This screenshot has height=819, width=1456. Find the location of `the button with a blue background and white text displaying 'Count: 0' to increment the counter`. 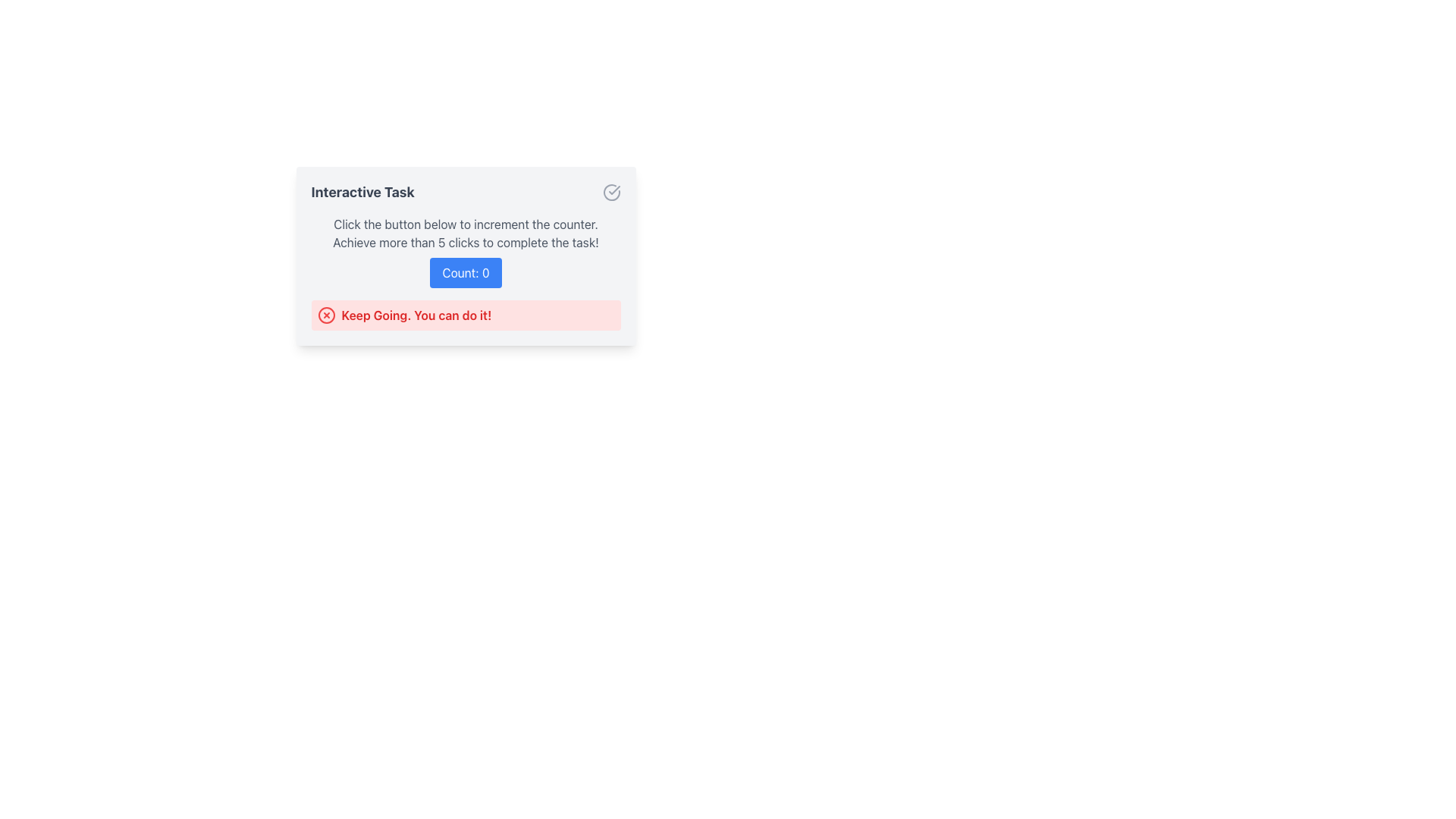

the button with a blue background and white text displaying 'Count: 0' to increment the counter is located at coordinates (465, 271).